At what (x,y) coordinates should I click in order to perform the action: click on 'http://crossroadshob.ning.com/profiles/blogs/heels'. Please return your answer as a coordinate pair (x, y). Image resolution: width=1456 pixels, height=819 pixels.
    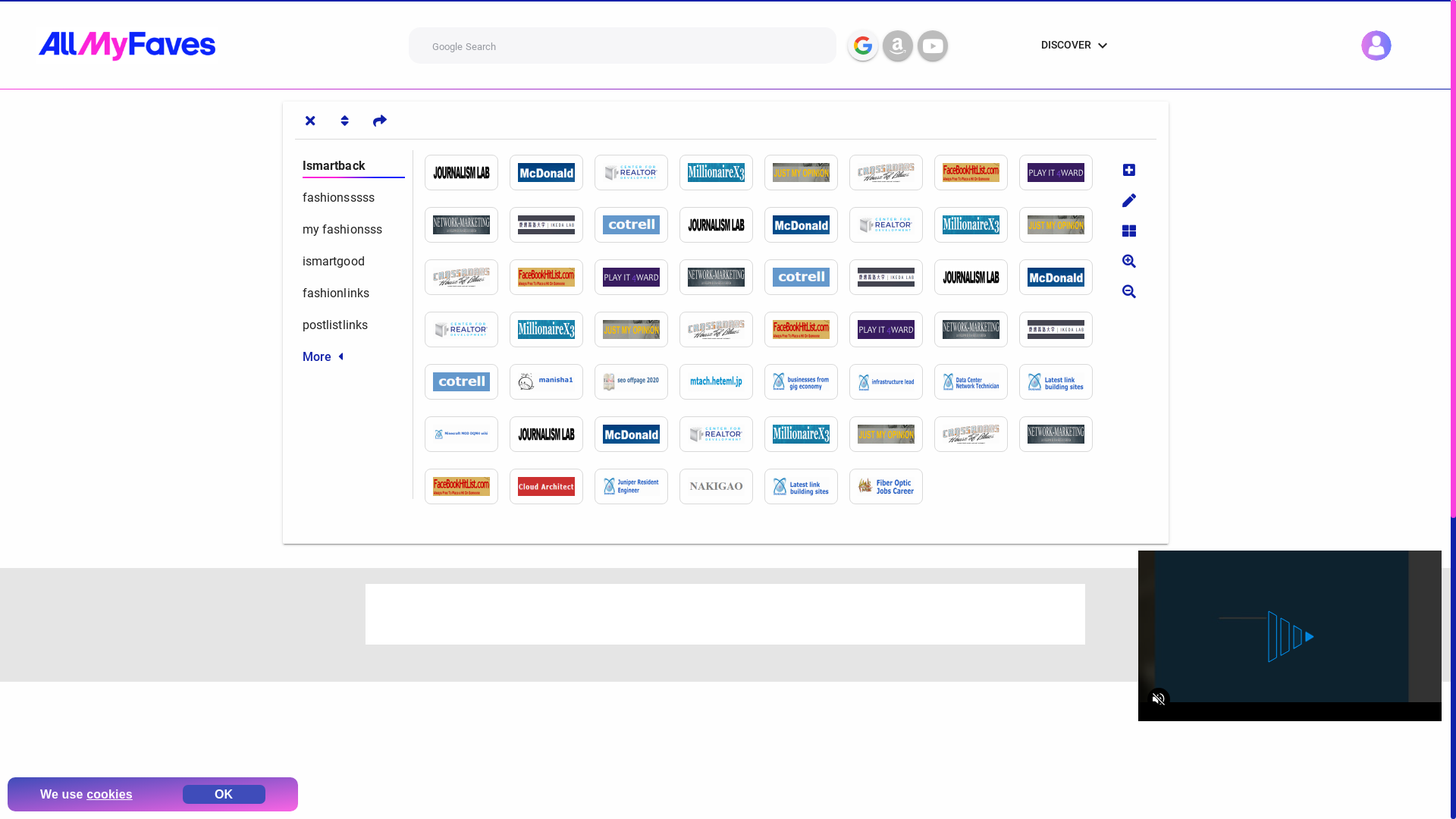
    Looking at the image, I should click on (679, 328).